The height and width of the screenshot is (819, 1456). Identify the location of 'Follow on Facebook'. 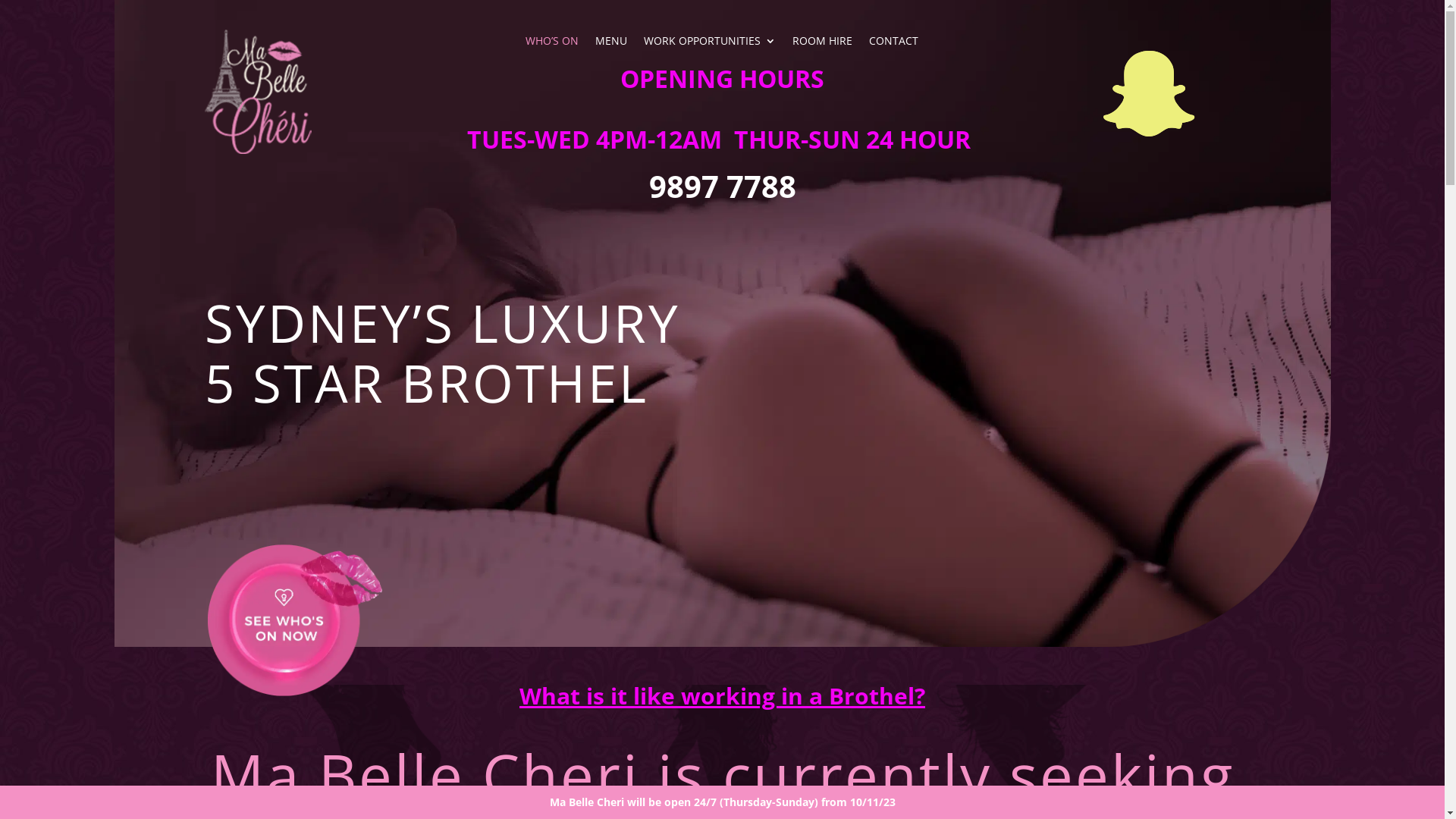
(1149, 93).